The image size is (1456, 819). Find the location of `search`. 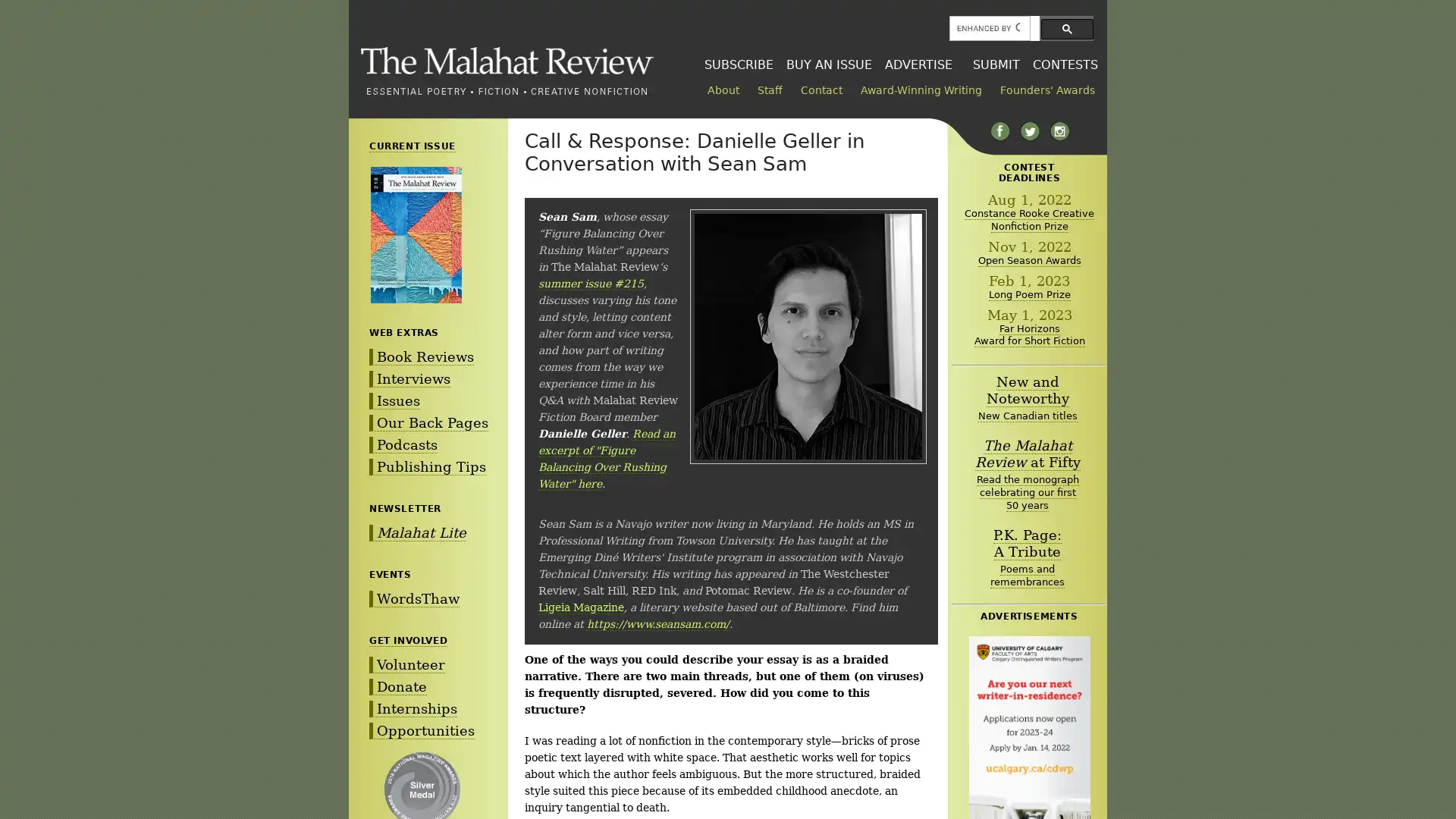

search is located at coordinates (1066, 28).